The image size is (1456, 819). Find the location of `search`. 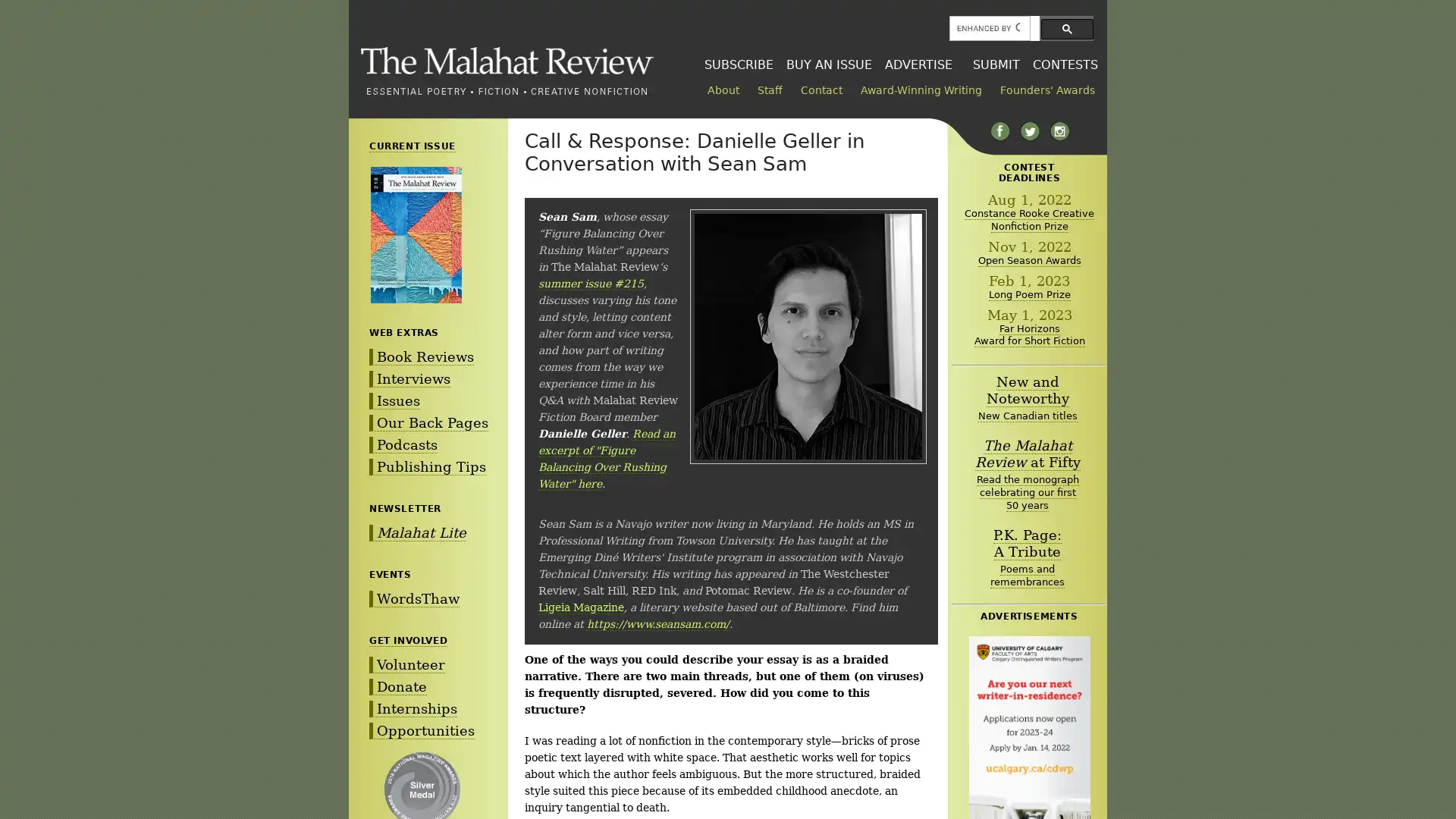

search is located at coordinates (1066, 28).